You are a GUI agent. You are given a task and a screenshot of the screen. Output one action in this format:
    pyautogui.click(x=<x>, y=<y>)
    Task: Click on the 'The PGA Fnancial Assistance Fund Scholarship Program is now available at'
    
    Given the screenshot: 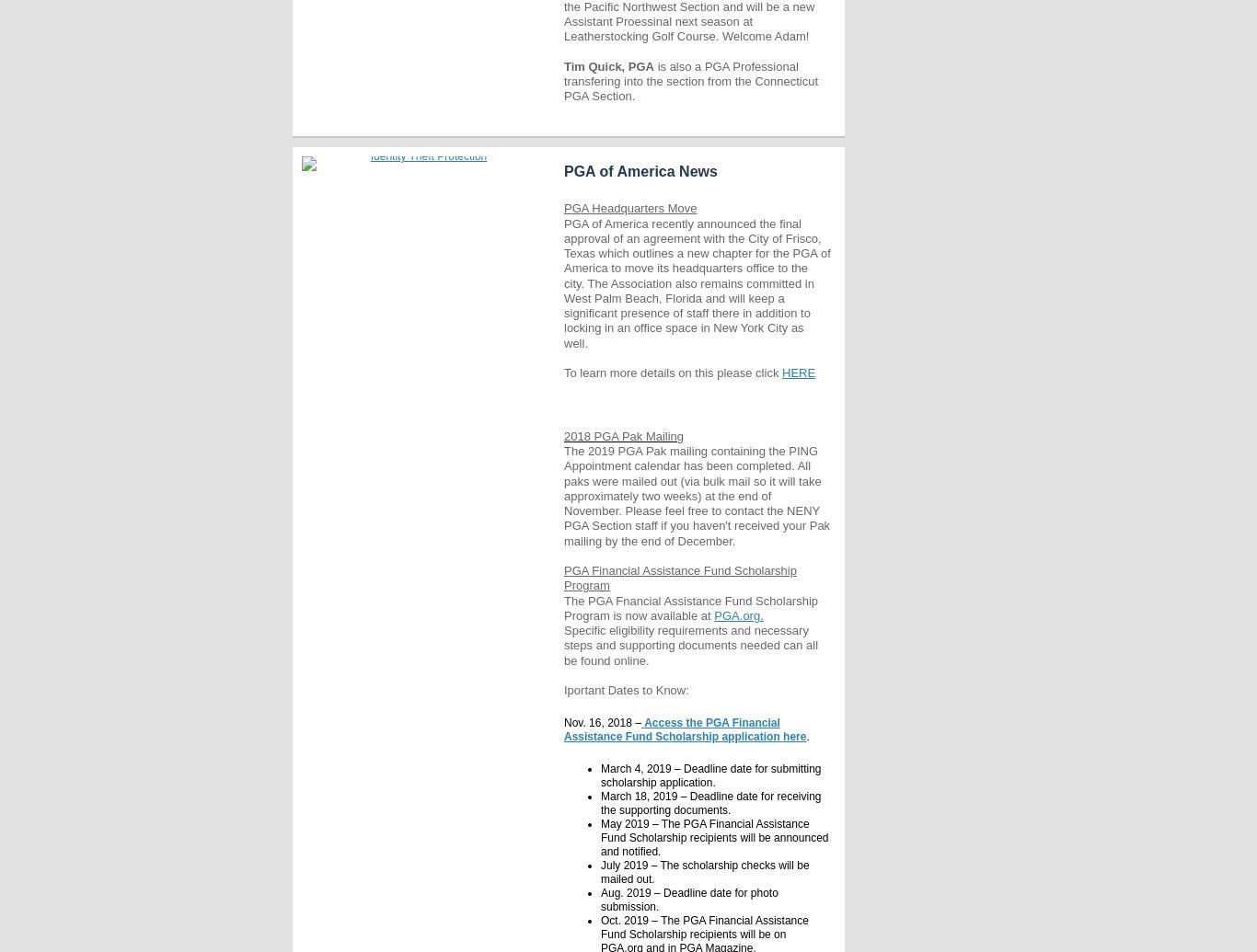 What is the action you would take?
    pyautogui.click(x=691, y=606)
    